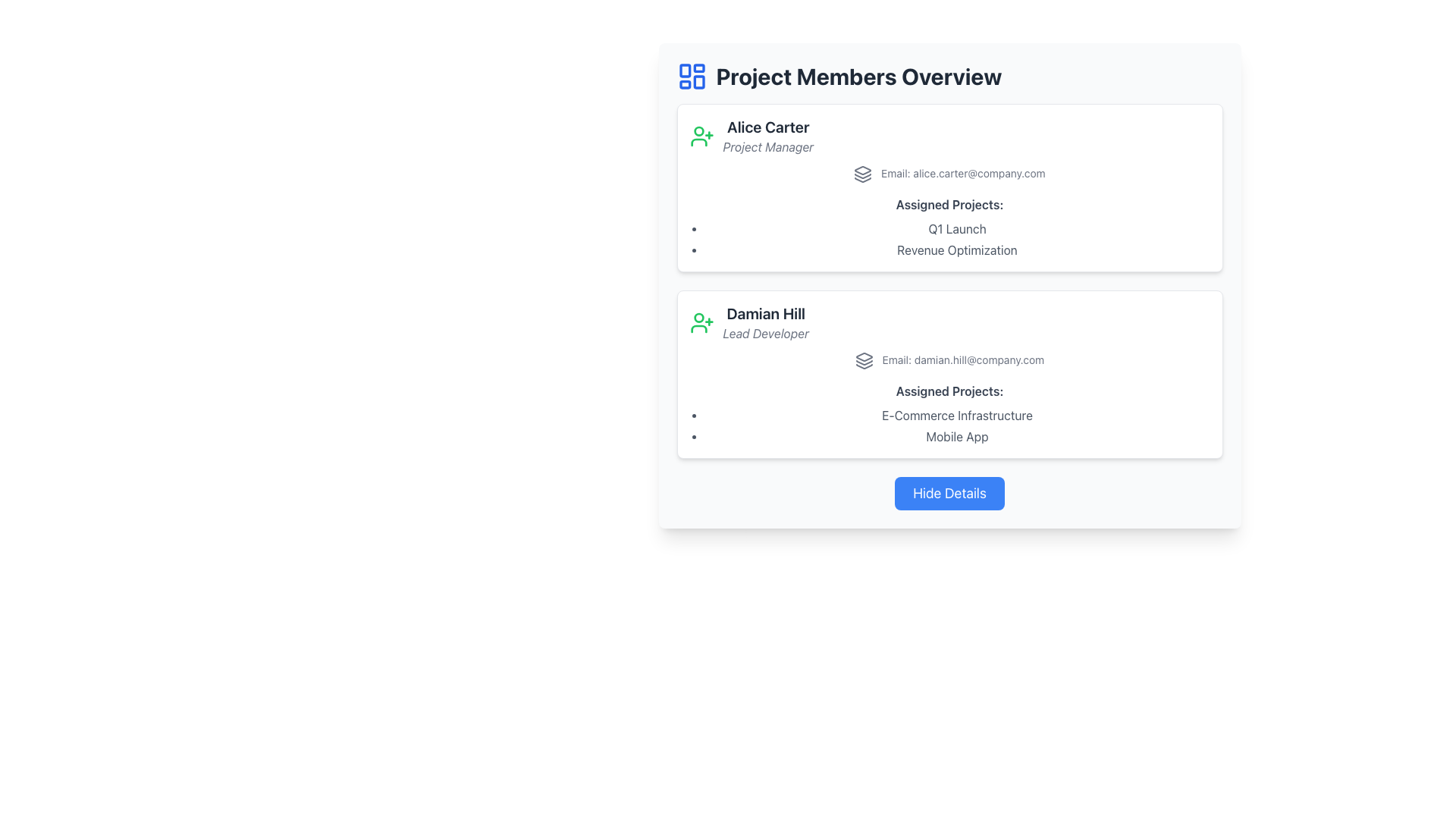  I want to click on the text label indicating the assigned project for user 'Damian Hill', which is the second item in the bulleted list under 'Assigned Projects', so click(956, 436).